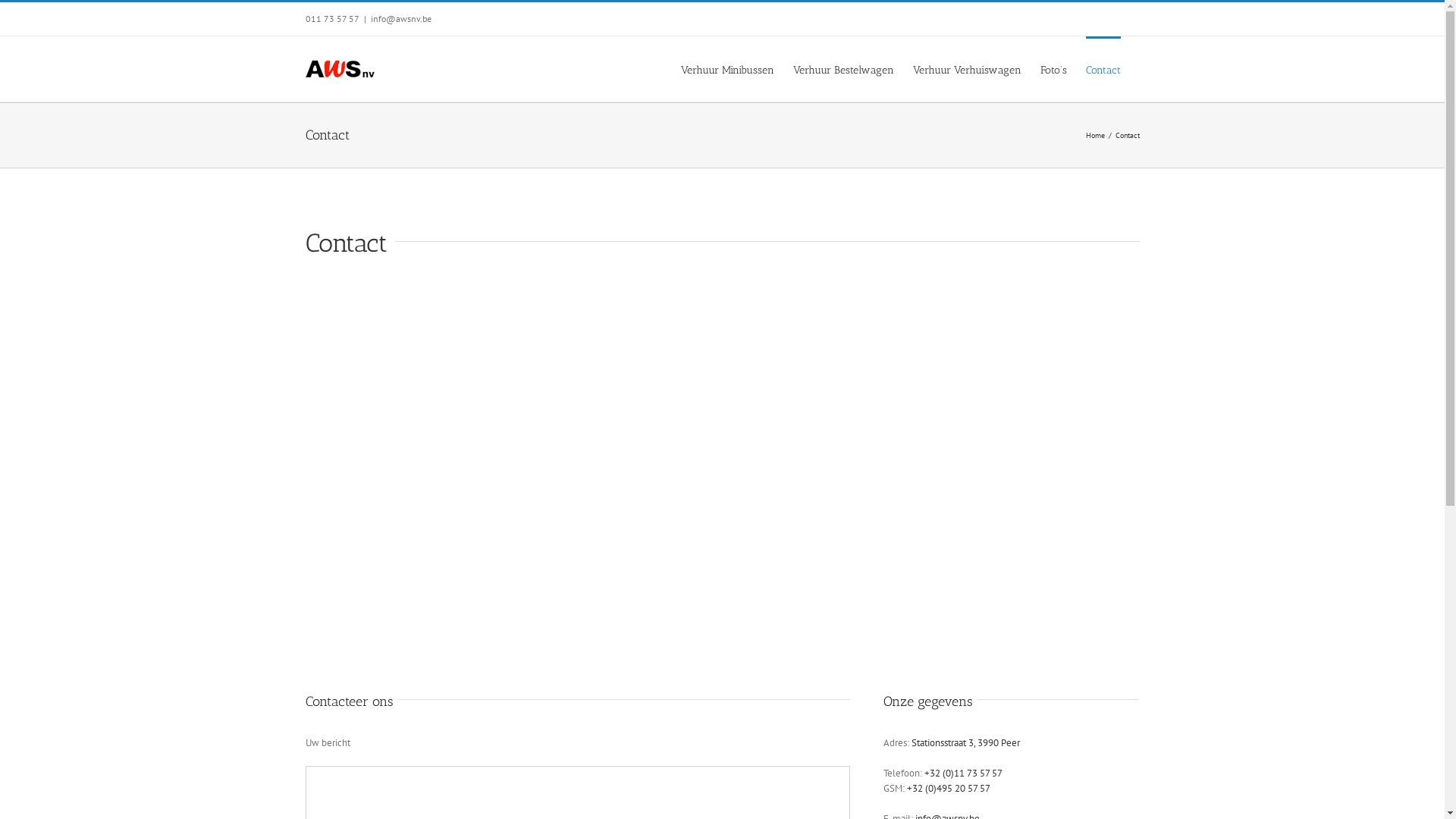 The image size is (1456, 819). I want to click on 'Home', so click(1095, 134).